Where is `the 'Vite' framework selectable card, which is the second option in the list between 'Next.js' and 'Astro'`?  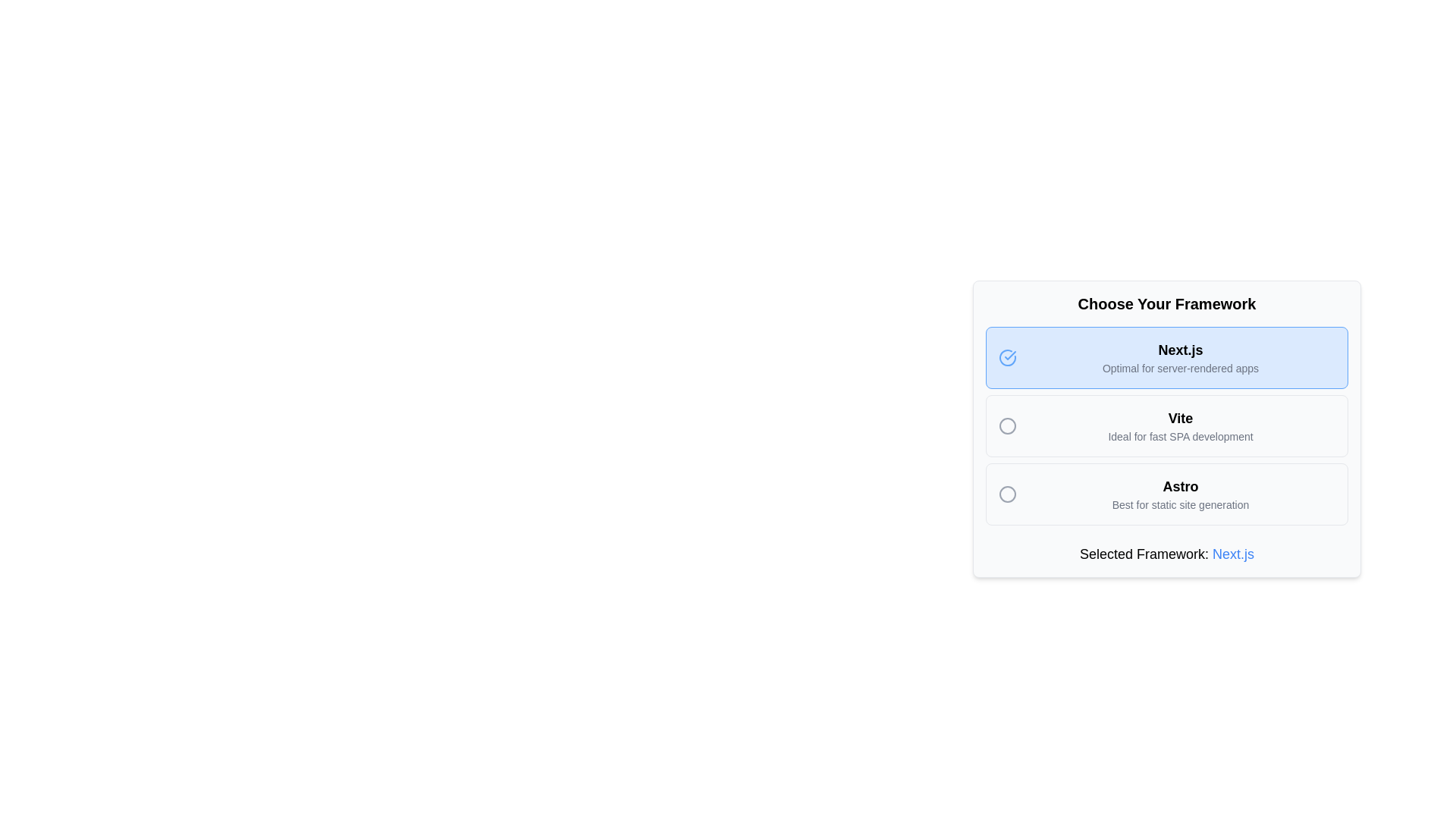
the 'Vite' framework selectable card, which is the second option in the list between 'Next.js' and 'Astro' is located at coordinates (1179, 426).